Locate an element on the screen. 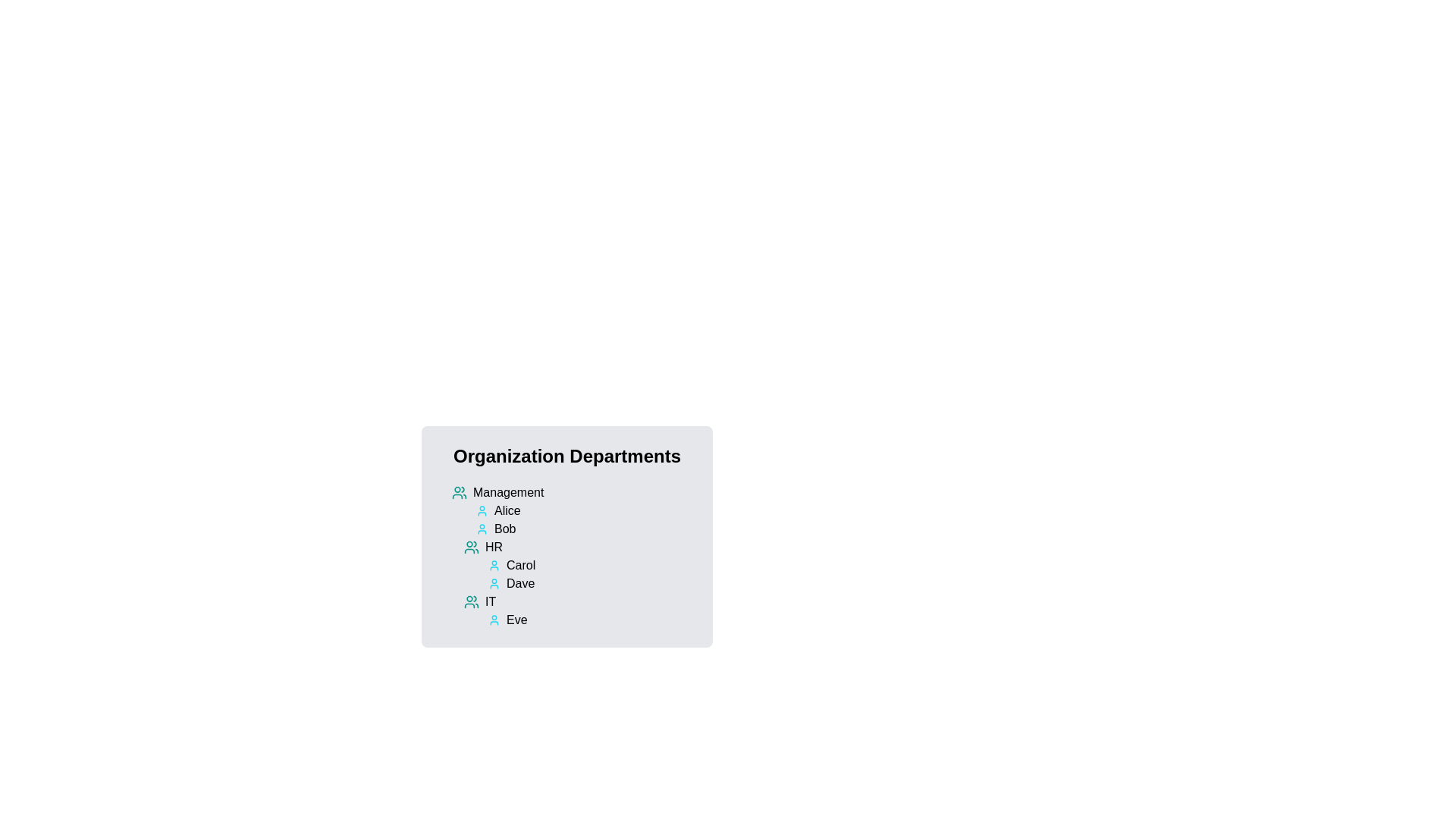  the non-interactive text label named 'Carol' in the 'HR' category of the organization chart, which is the third item in the list between 'Bob' and 'Dave' is located at coordinates (521, 565).